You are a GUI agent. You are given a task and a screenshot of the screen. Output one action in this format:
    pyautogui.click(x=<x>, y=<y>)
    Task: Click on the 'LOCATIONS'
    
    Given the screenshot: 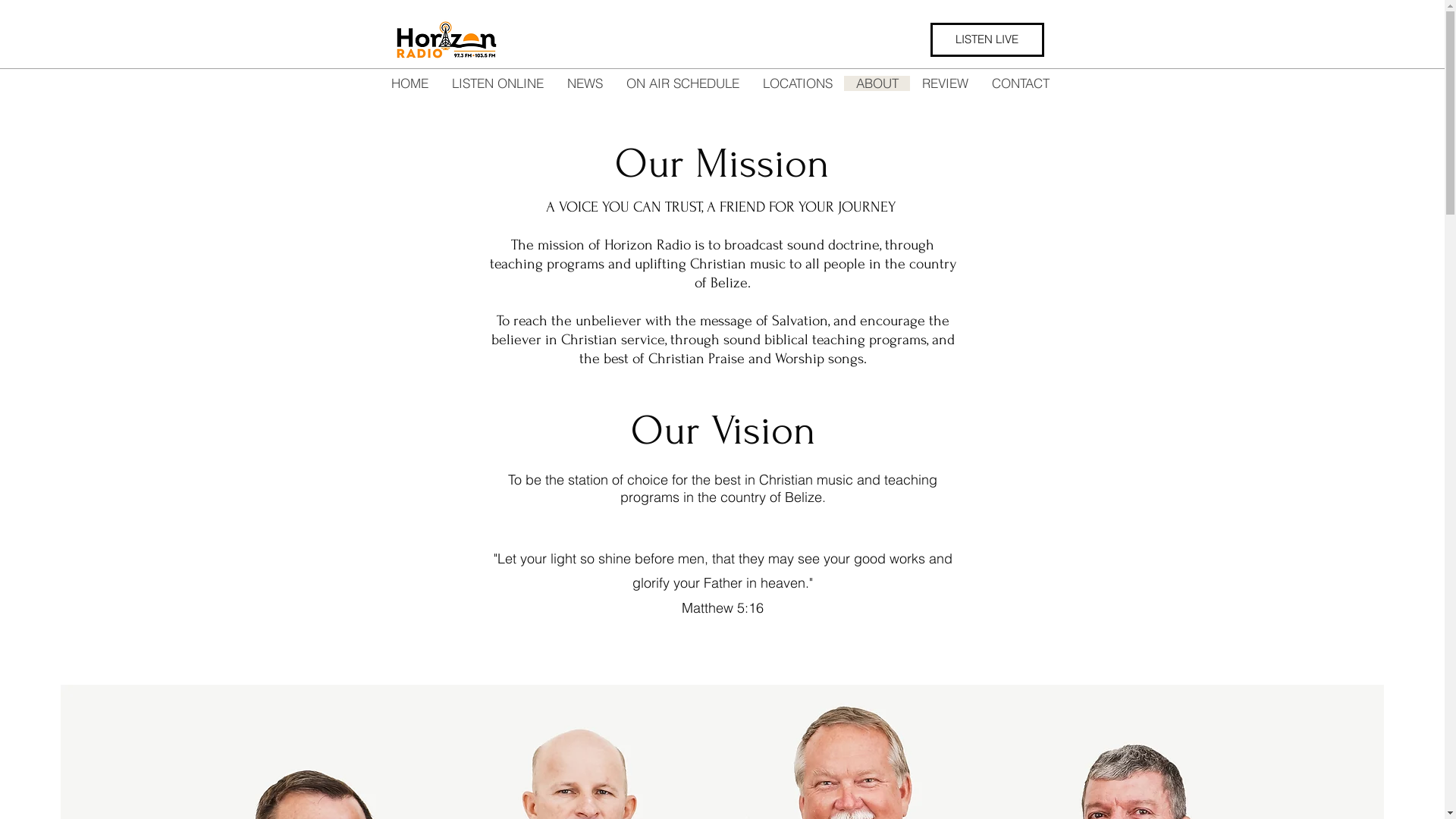 What is the action you would take?
    pyautogui.click(x=796, y=83)
    